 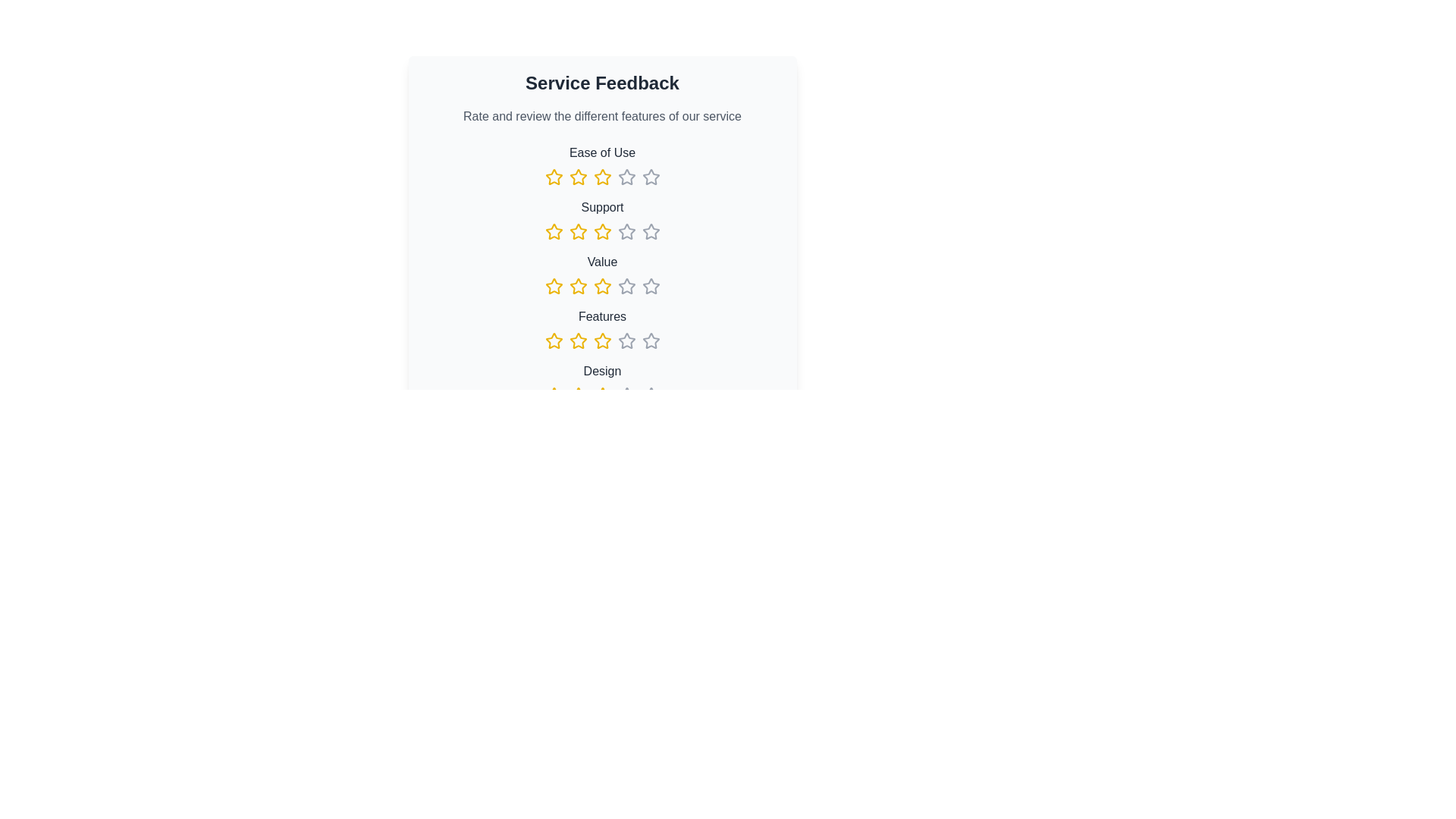 What do you see at coordinates (601, 315) in the screenshot?
I see `the 'Features' text label in the rating feedback form, which is styled in dark gray and serves as the title for the respective rating row` at bounding box center [601, 315].